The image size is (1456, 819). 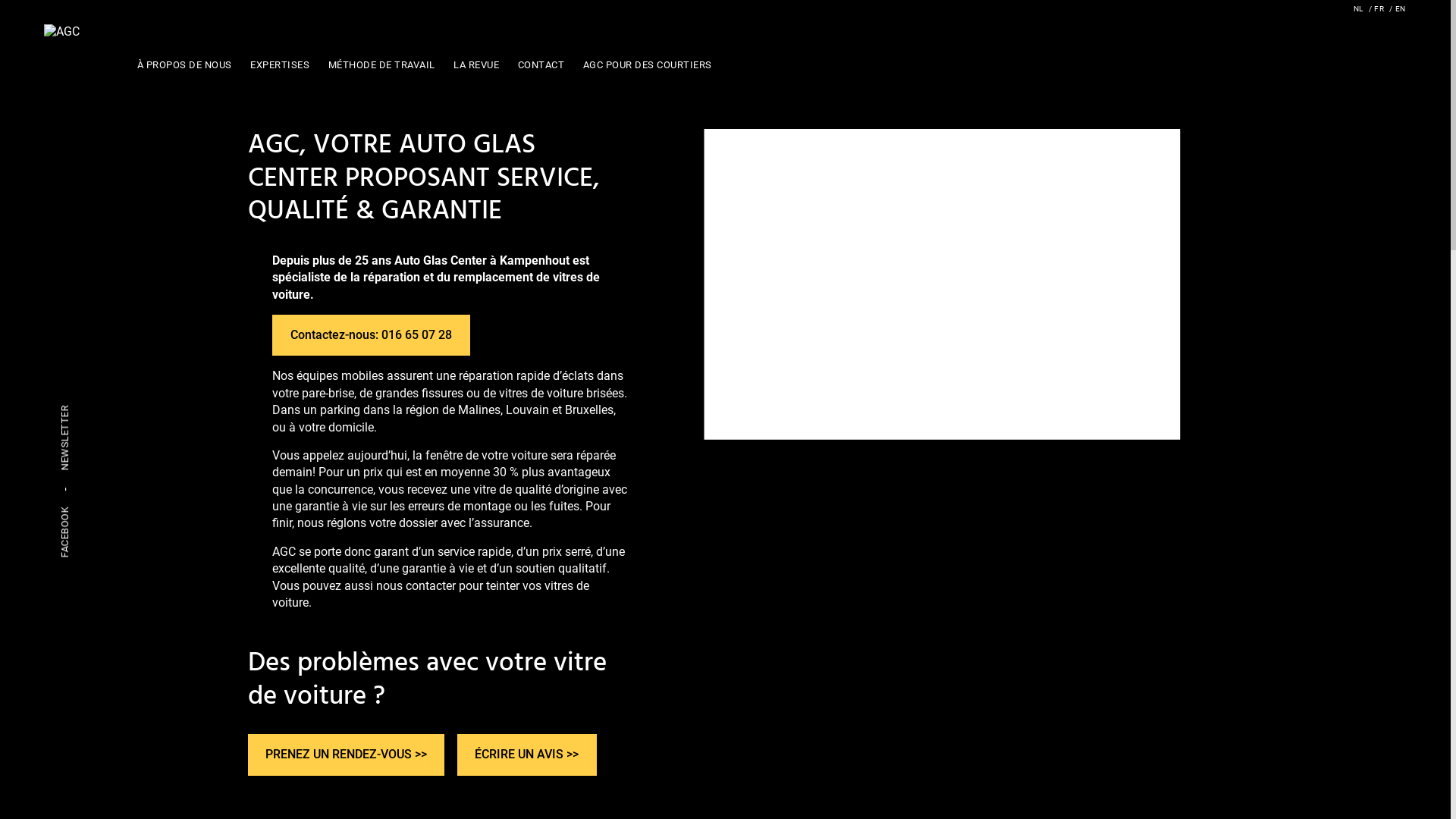 What do you see at coordinates (1357, 8) in the screenshot?
I see `'NL'` at bounding box center [1357, 8].